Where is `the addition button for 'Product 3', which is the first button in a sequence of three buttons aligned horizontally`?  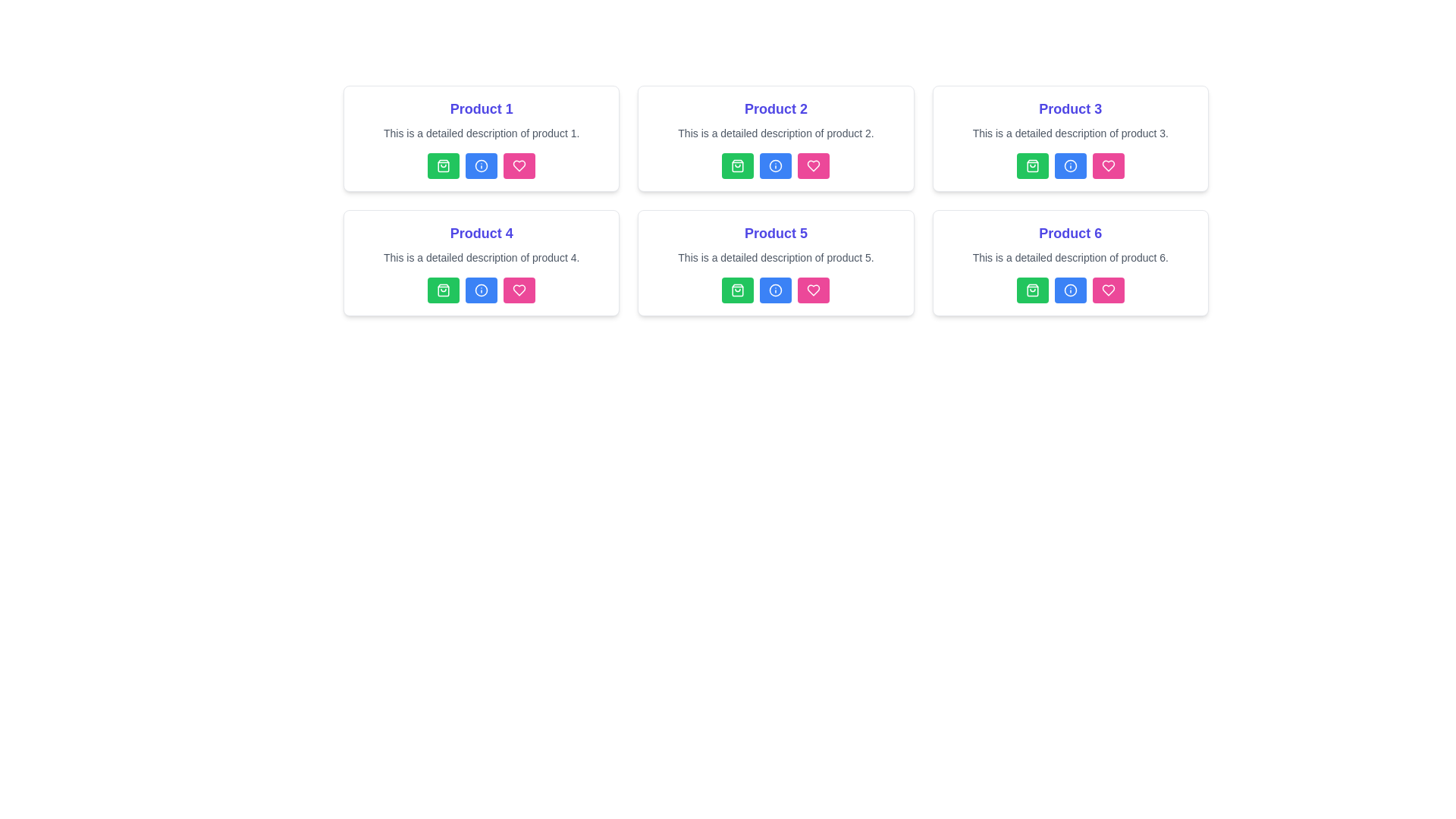
the addition button for 'Product 3', which is the first button in a sequence of three buttons aligned horizontally is located at coordinates (1031, 166).